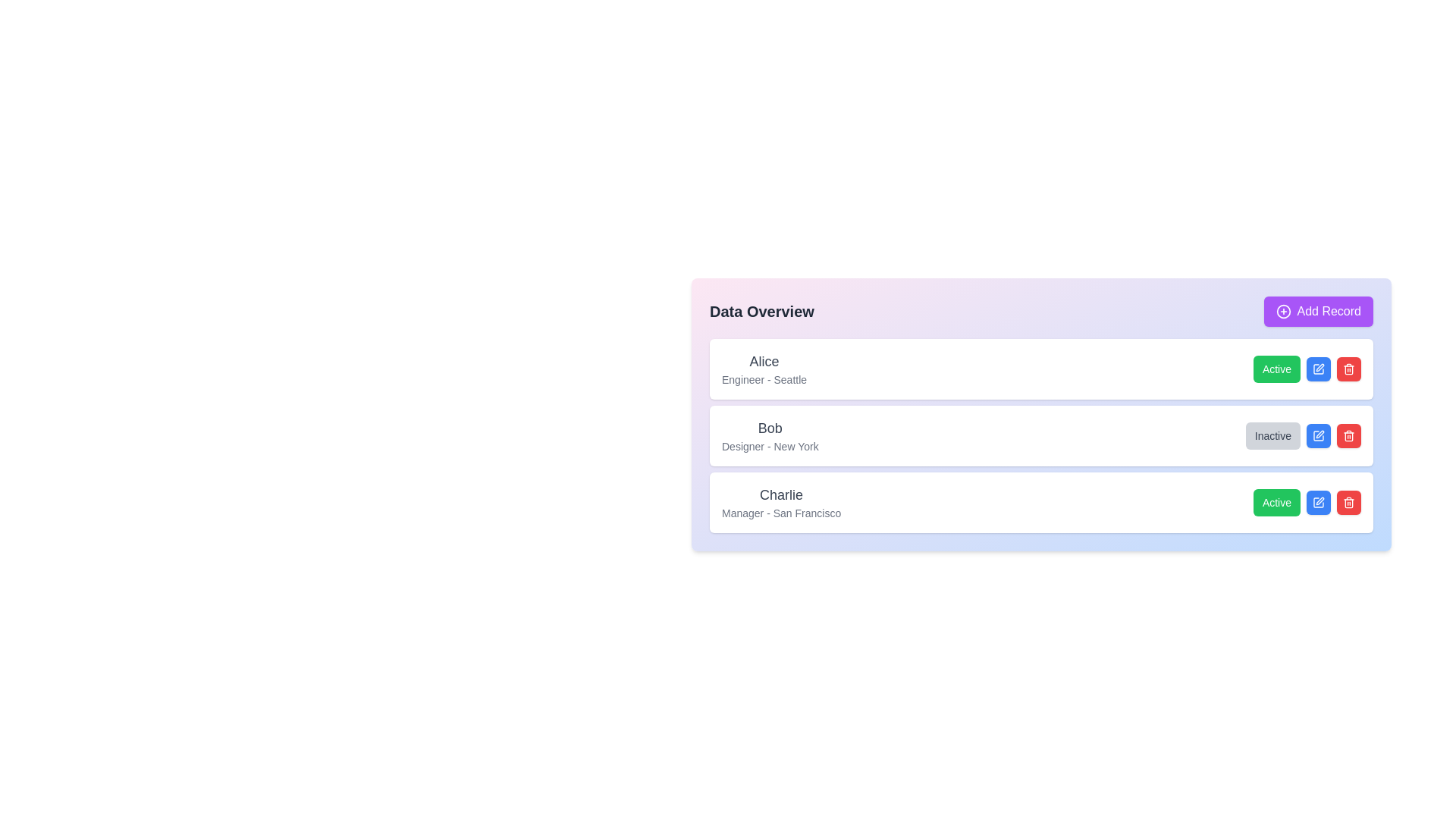 The height and width of the screenshot is (819, 1456). Describe the element at coordinates (1317, 503) in the screenshot. I see `the edit icon located at the center of the third row, which is embedded within a blue button to the right of the 'Active' status label` at that location.